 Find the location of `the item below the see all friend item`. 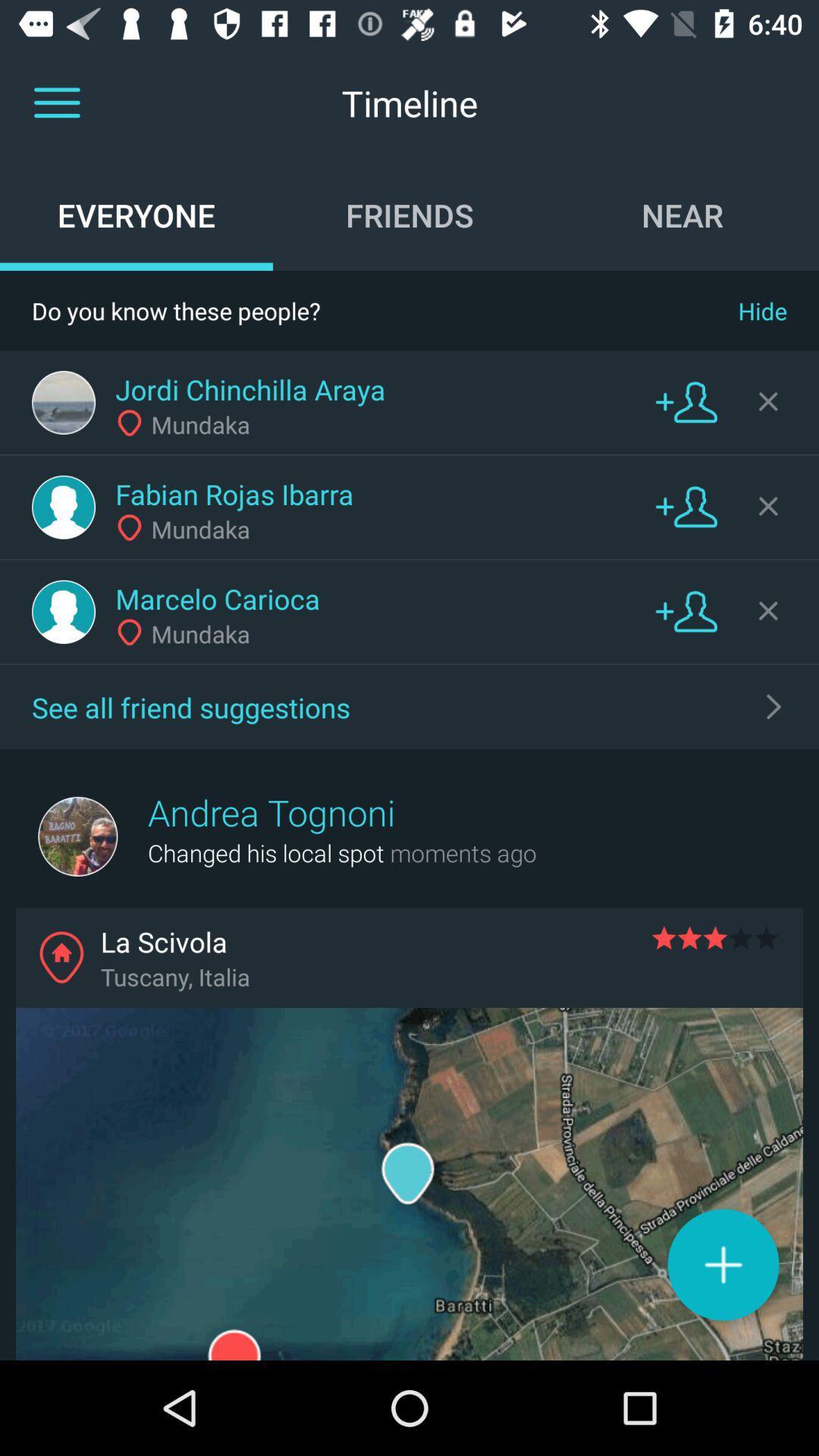

the item below the see all friend item is located at coordinates (271, 811).